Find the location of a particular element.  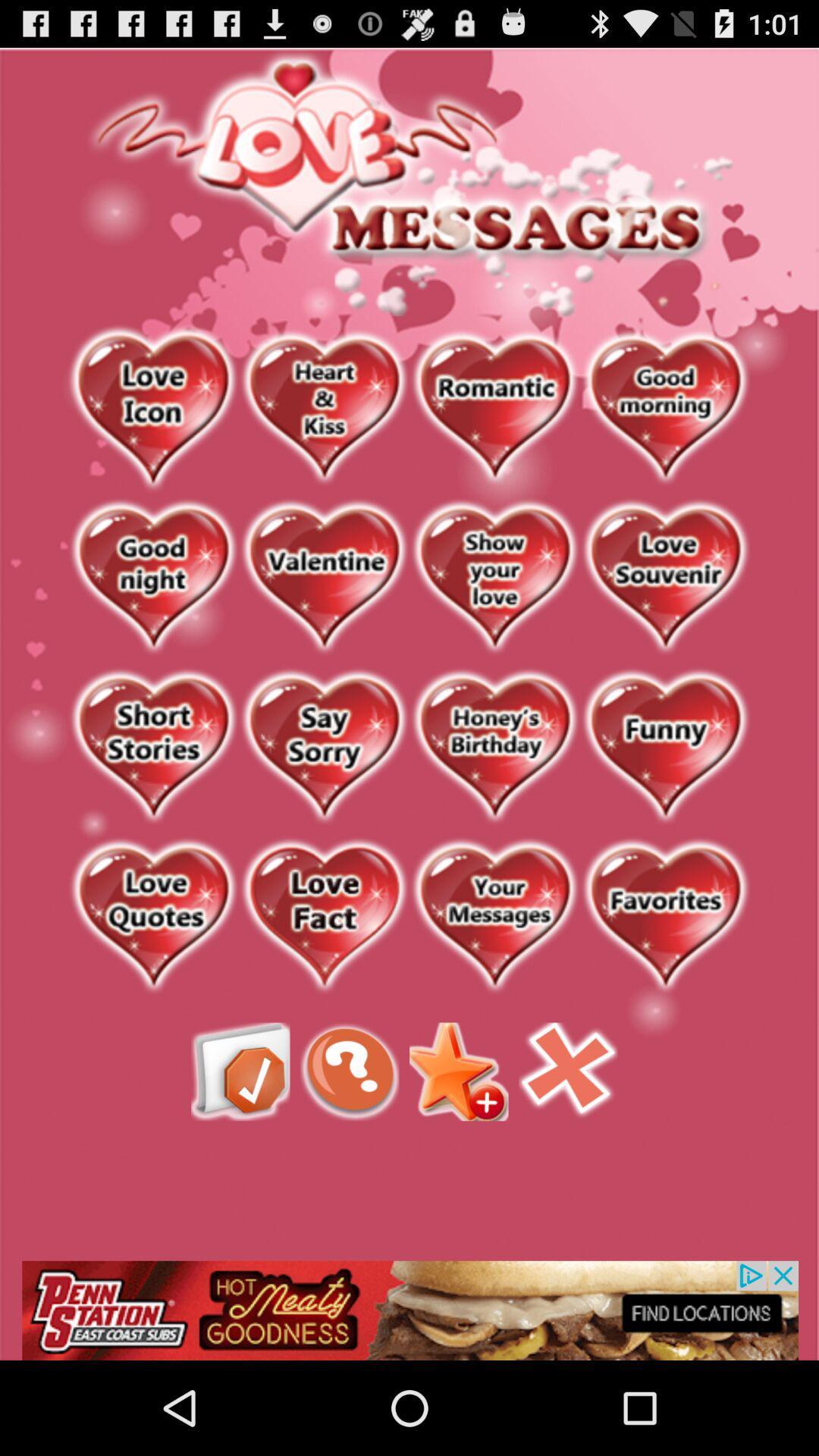

correct is located at coordinates (240, 1071).